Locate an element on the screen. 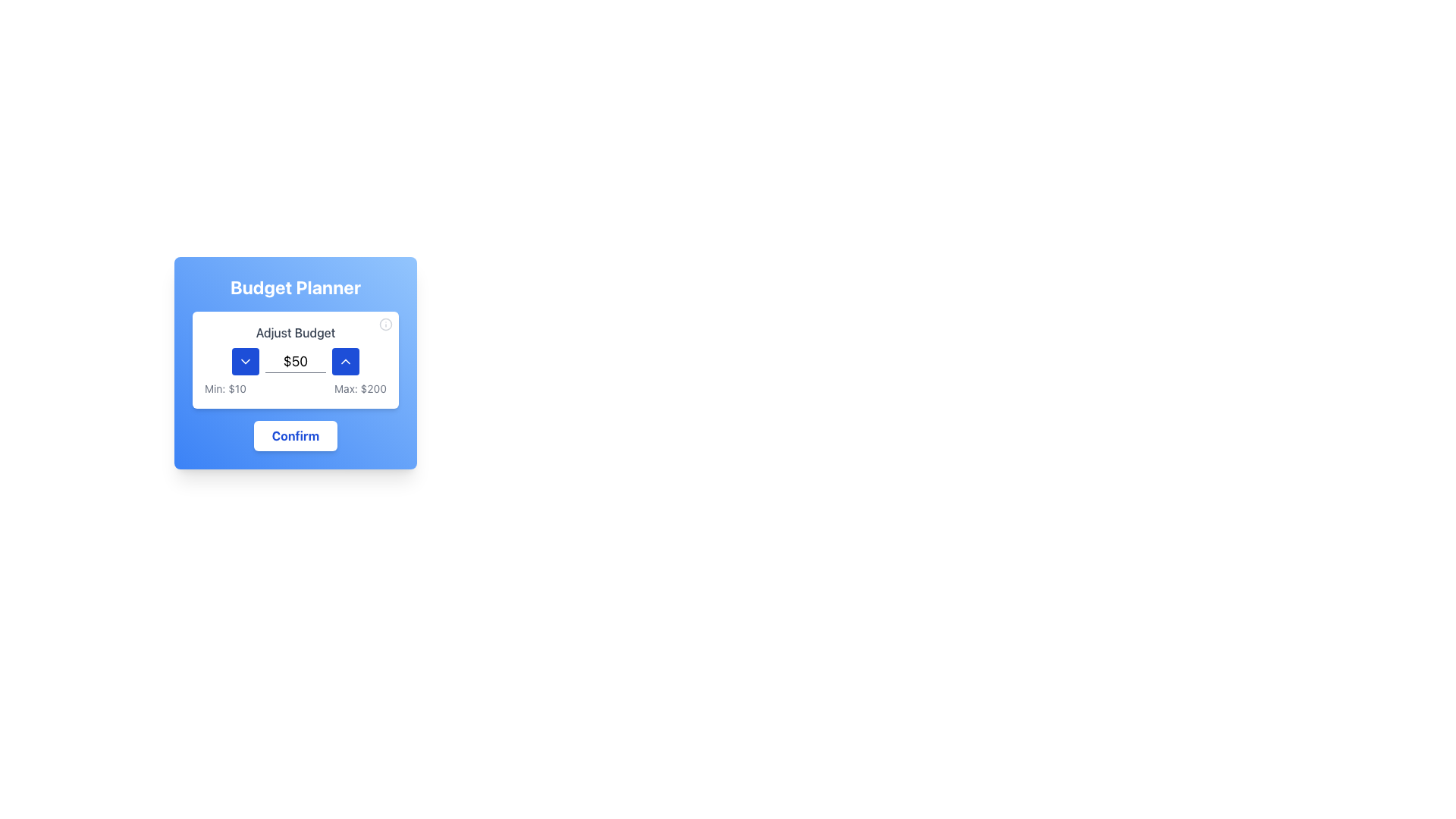 Image resolution: width=1456 pixels, height=819 pixels. the text input field for monetary value adjustment located between the down-arrow button and the up-arrow button is located at coordinates (295, 362).